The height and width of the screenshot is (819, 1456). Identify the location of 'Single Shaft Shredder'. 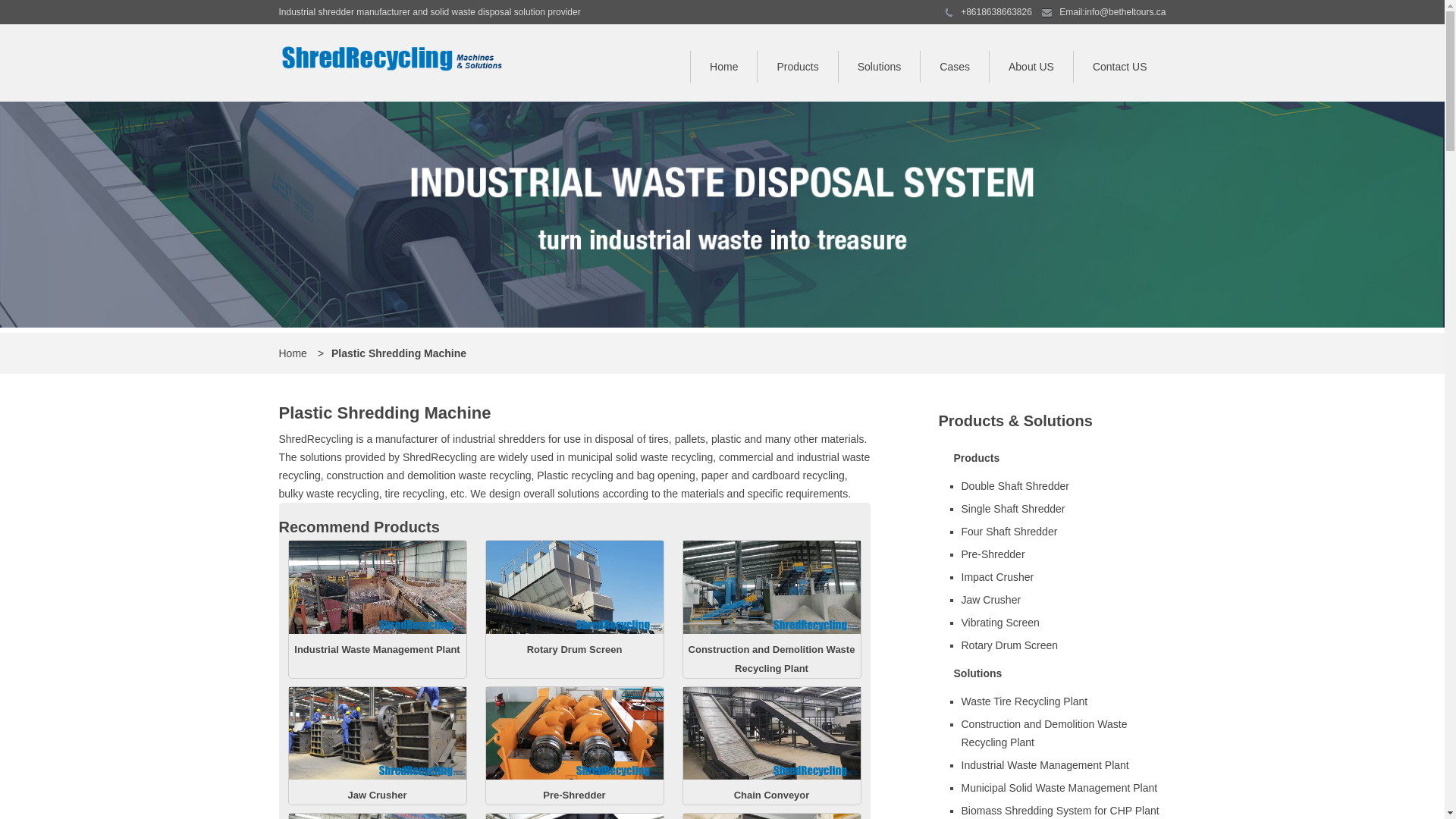
(1061, 509).